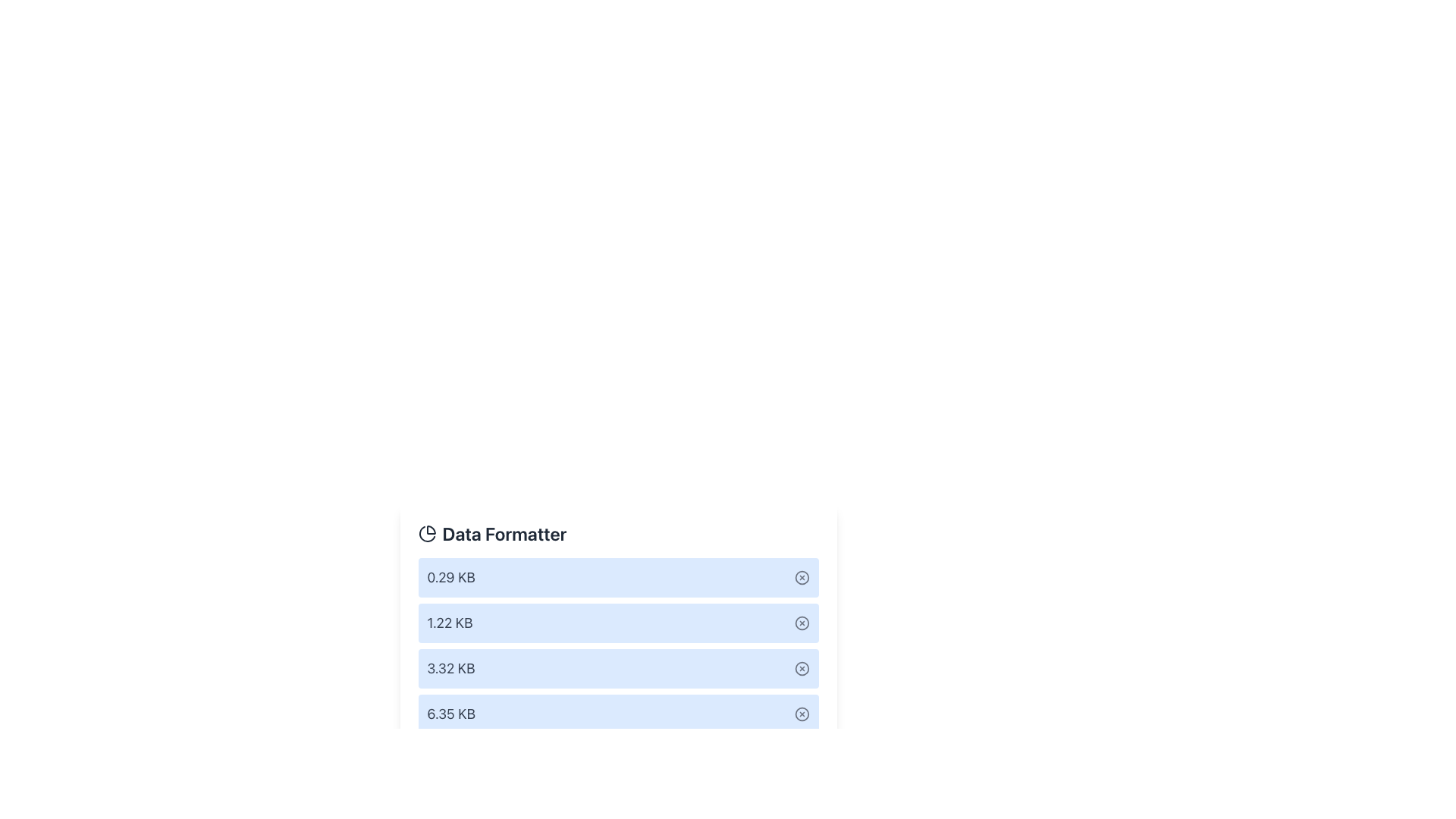  What do you see at coordinates (801, 623) in the screenshot?
I see `the circular icon component of the SVG located on the right side of the third row of the data listing UI segment` at bounding box center [801, 623].